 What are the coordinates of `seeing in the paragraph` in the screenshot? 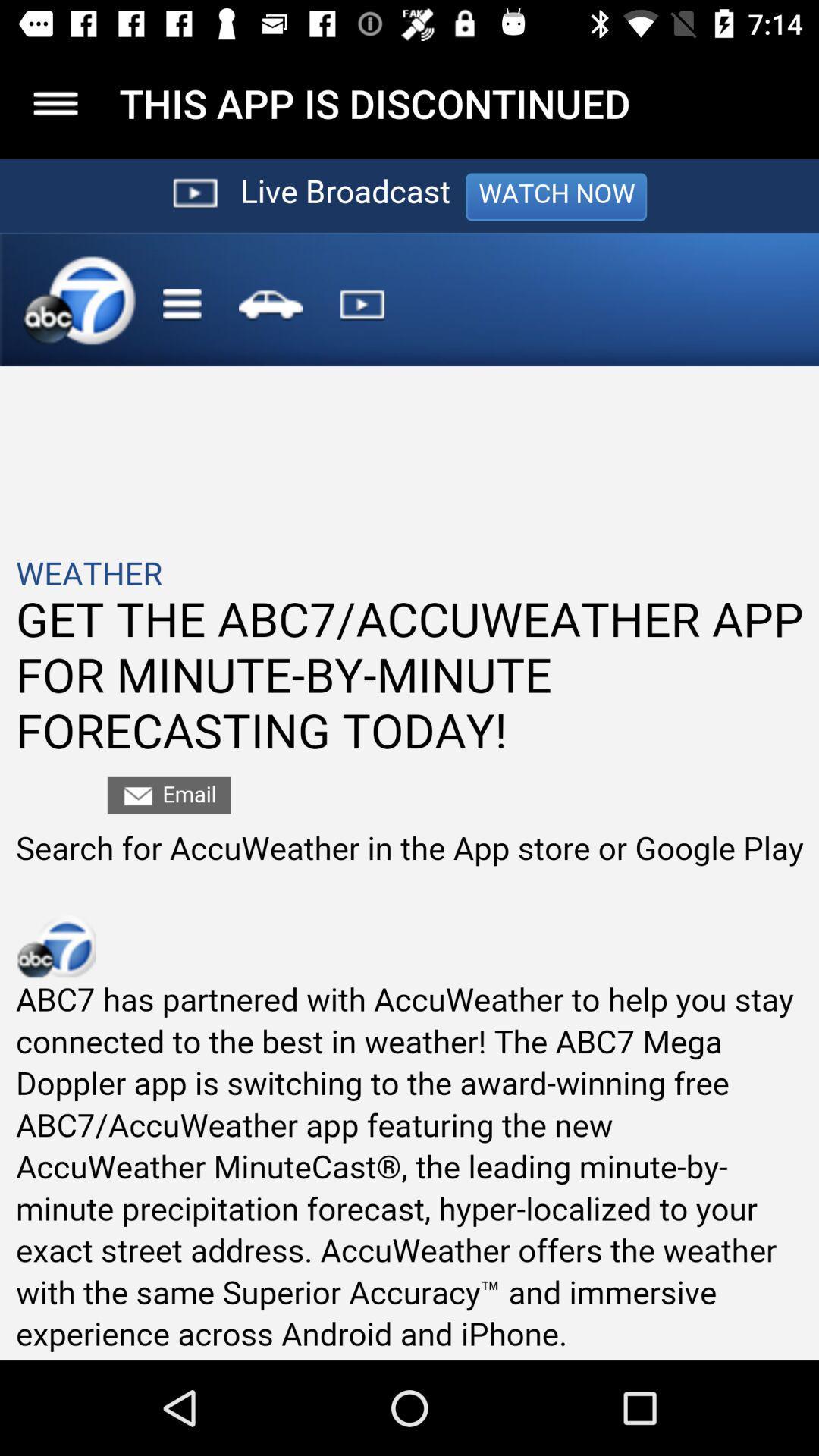 It's located at (409, 760).